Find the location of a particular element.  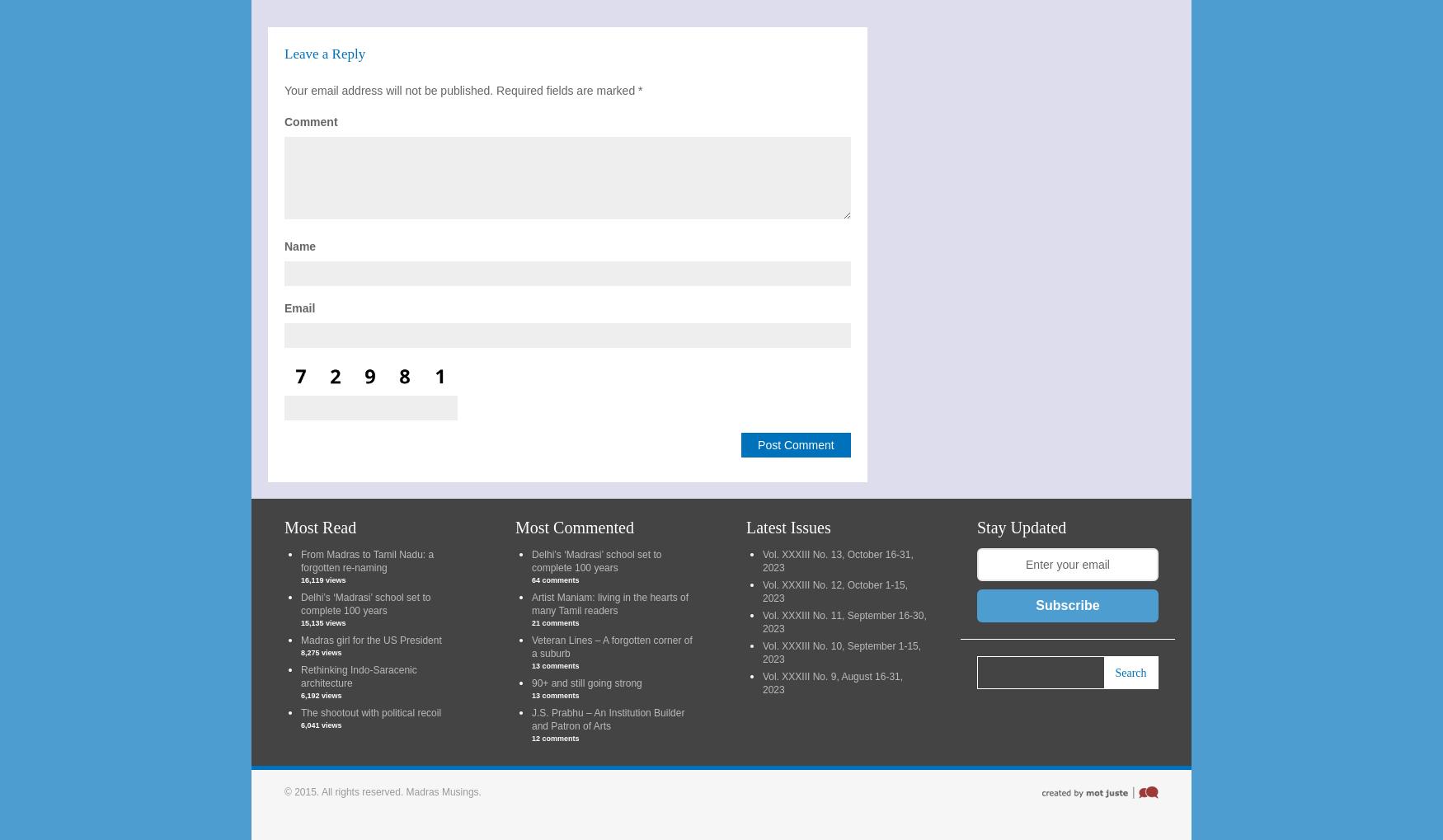

'Madras girl for the US President' is located at coordinates (370, 639).